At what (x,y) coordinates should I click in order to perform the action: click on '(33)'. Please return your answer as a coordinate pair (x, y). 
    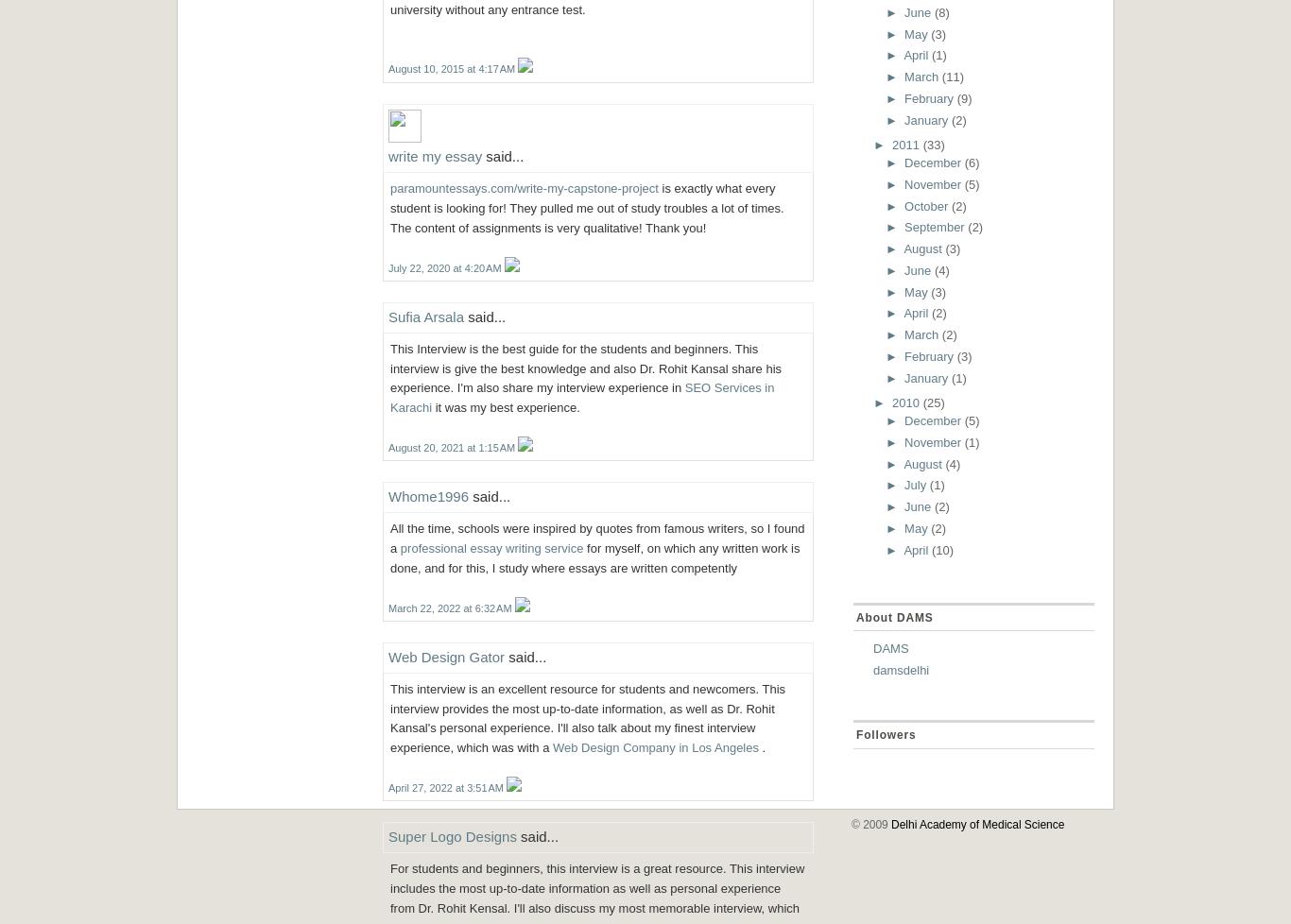
    Looking at the image, I should click on (933, 144).